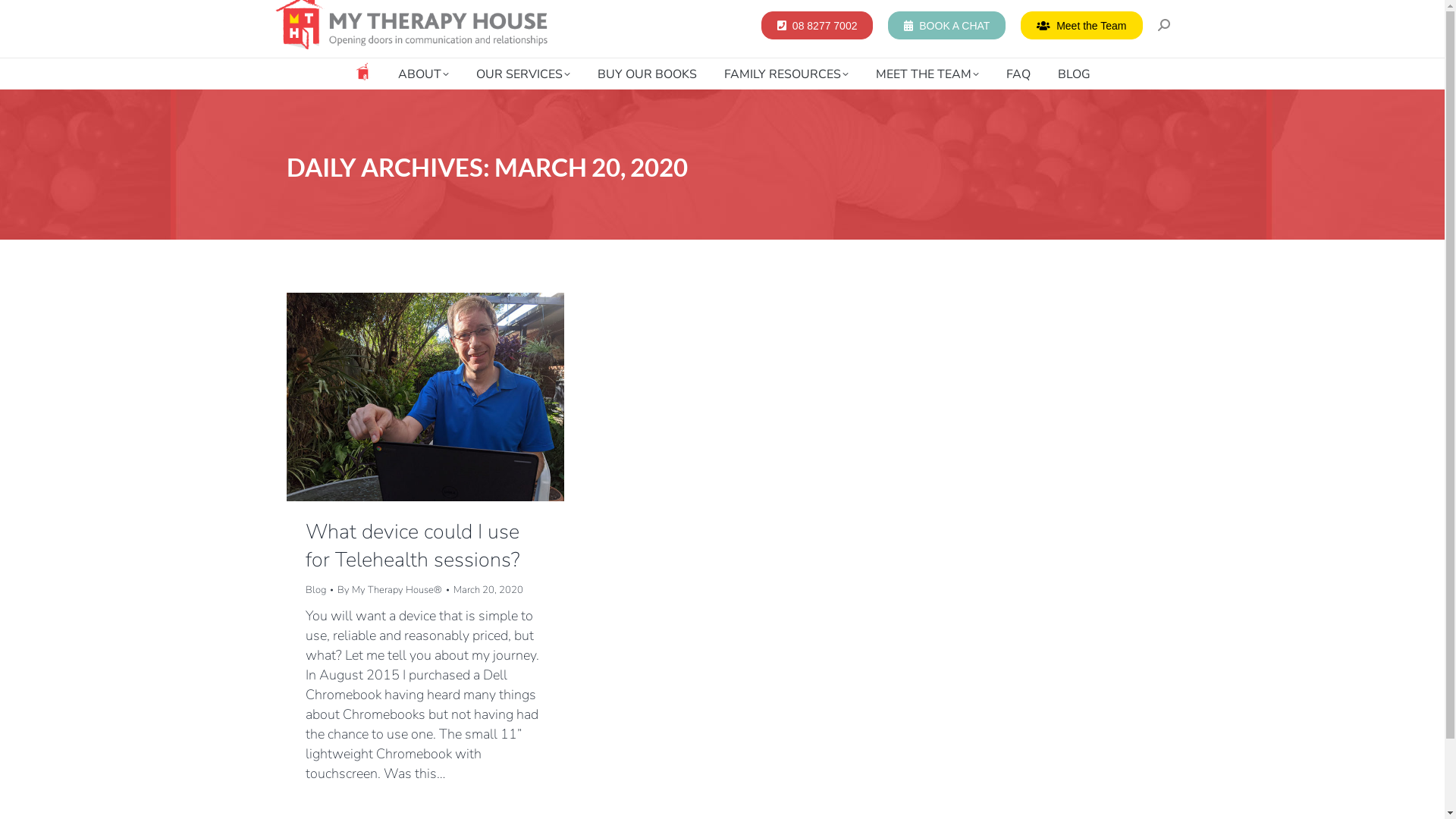  Describe the element at coordinates (314, 589) in the screenshot. I see `'Blog'` at that location.